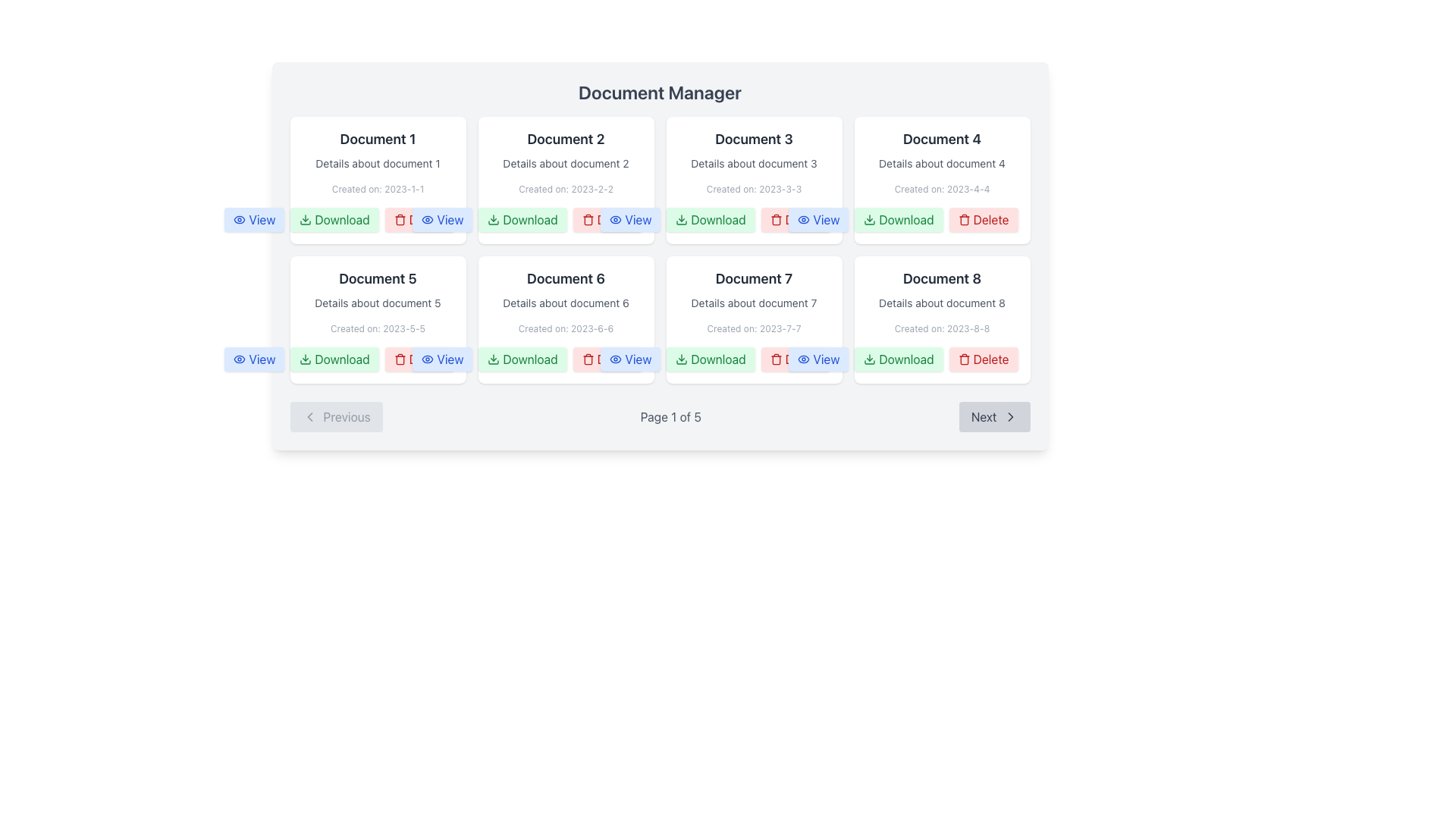 This screenshot has height=819, width=1456. I want to click on the static text label displaying 'Details about document 8' located in the card for 'Document 8', positioned in the middle of the card, below its title and above the creation date, so click(941, 303).